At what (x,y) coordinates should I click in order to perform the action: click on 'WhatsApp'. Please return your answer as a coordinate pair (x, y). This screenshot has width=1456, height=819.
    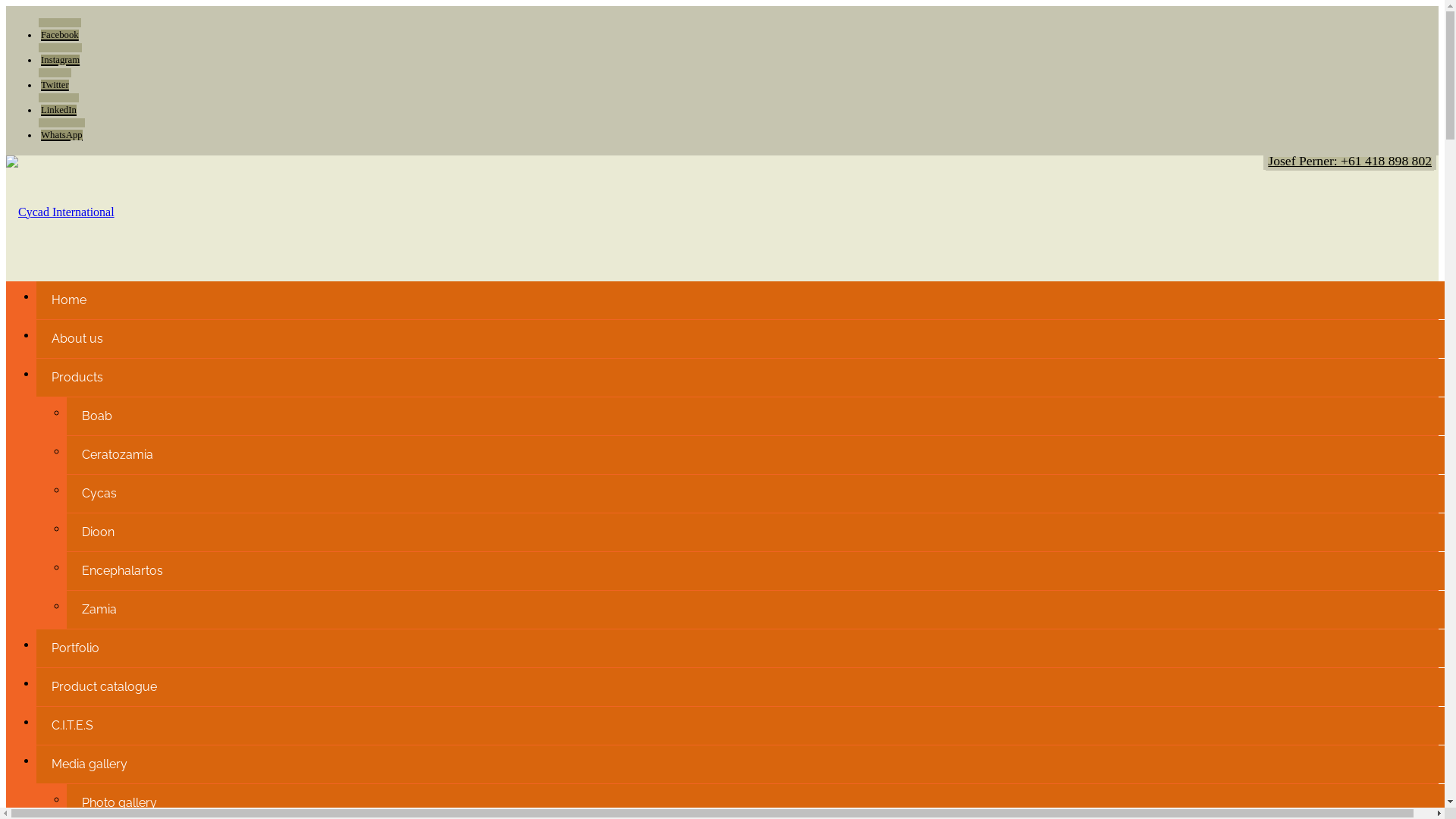
    Looking at the image, I should click on (61, 130).